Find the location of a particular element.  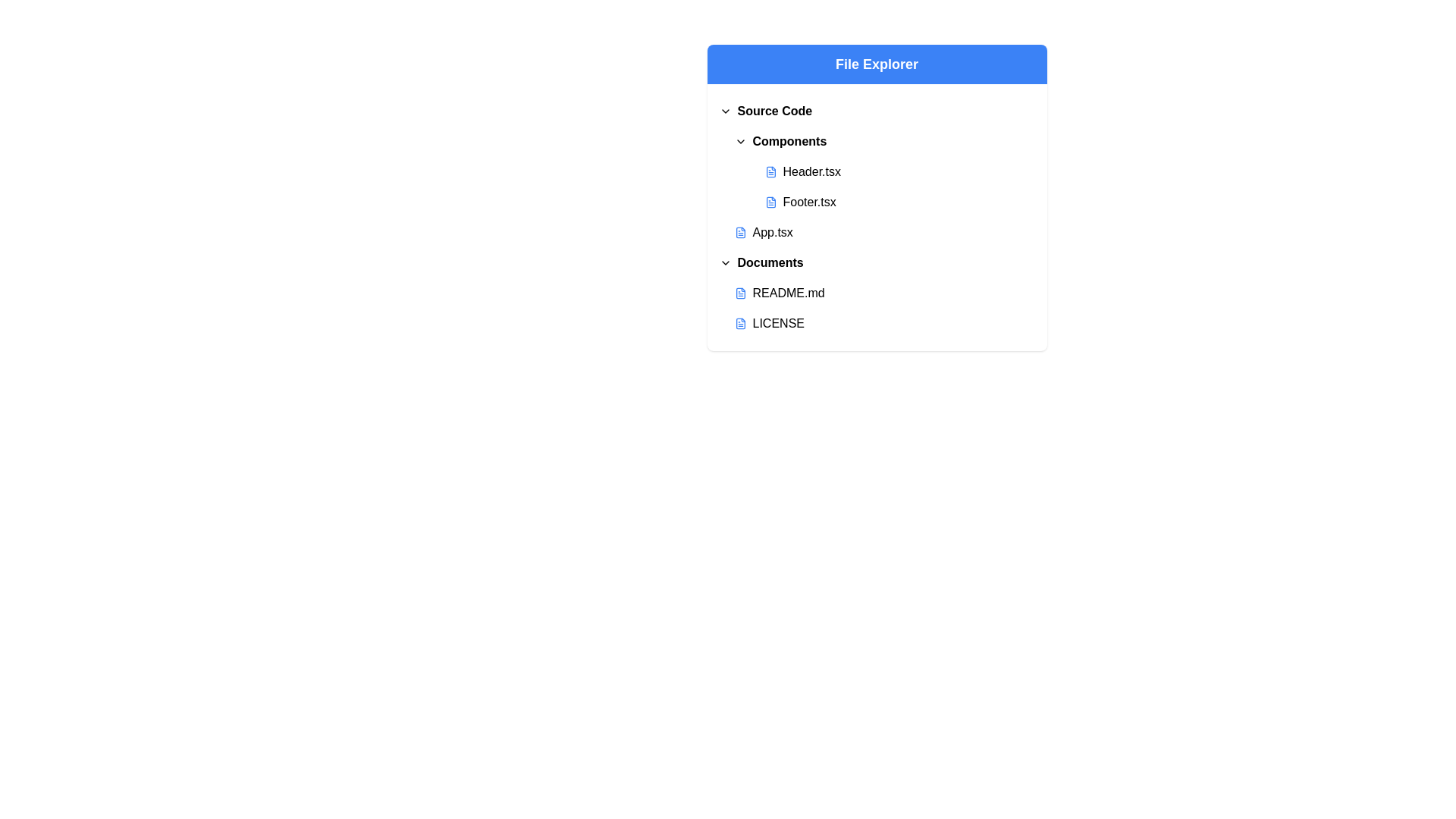

the 'LICENSE' file entry in the Documents section of the file explorer is located at coordinates (884, 323).